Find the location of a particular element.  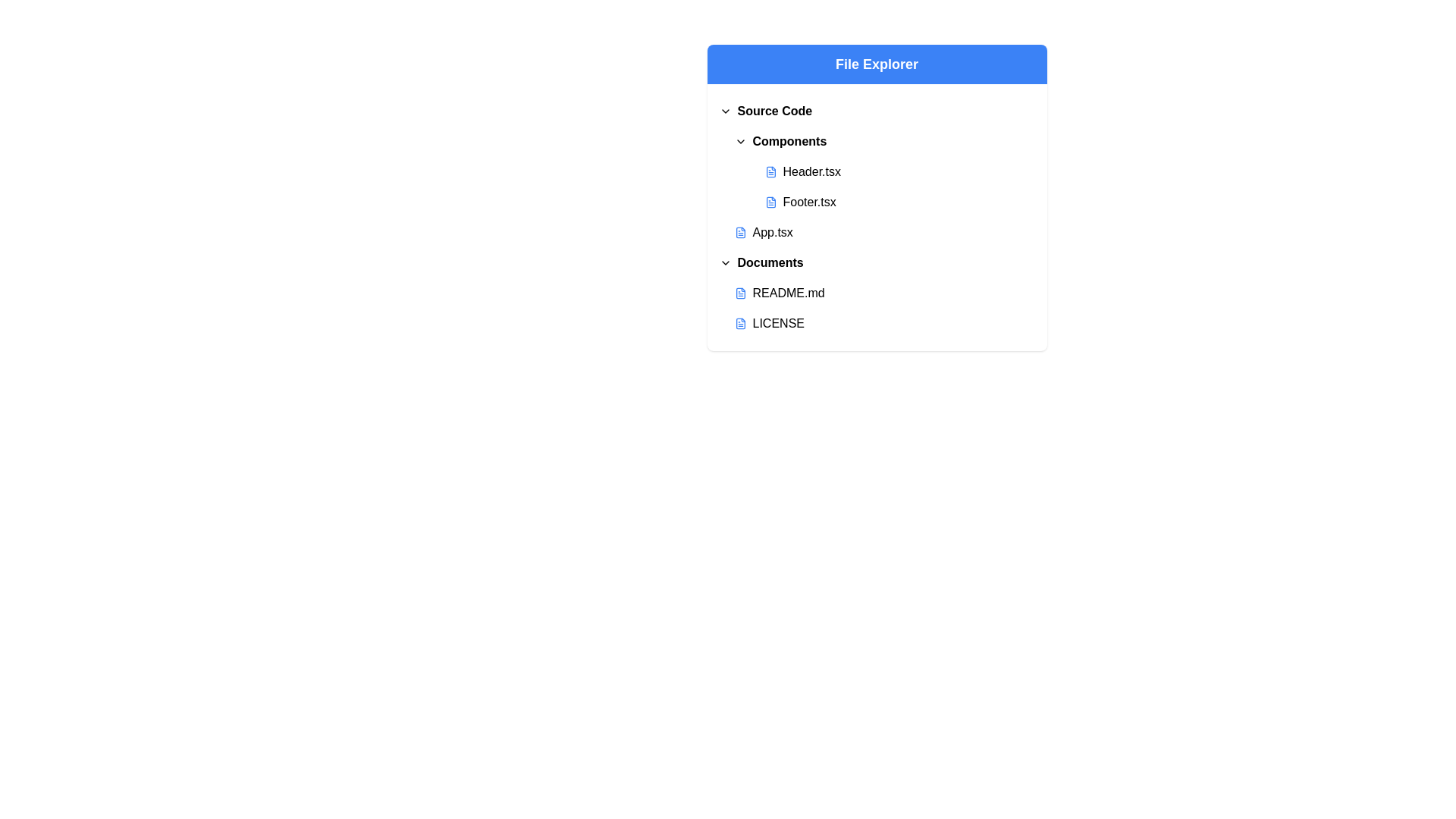

the 'LICENSE' file entry in the Documents section of the file explorer is located at coordinates (884, 323).